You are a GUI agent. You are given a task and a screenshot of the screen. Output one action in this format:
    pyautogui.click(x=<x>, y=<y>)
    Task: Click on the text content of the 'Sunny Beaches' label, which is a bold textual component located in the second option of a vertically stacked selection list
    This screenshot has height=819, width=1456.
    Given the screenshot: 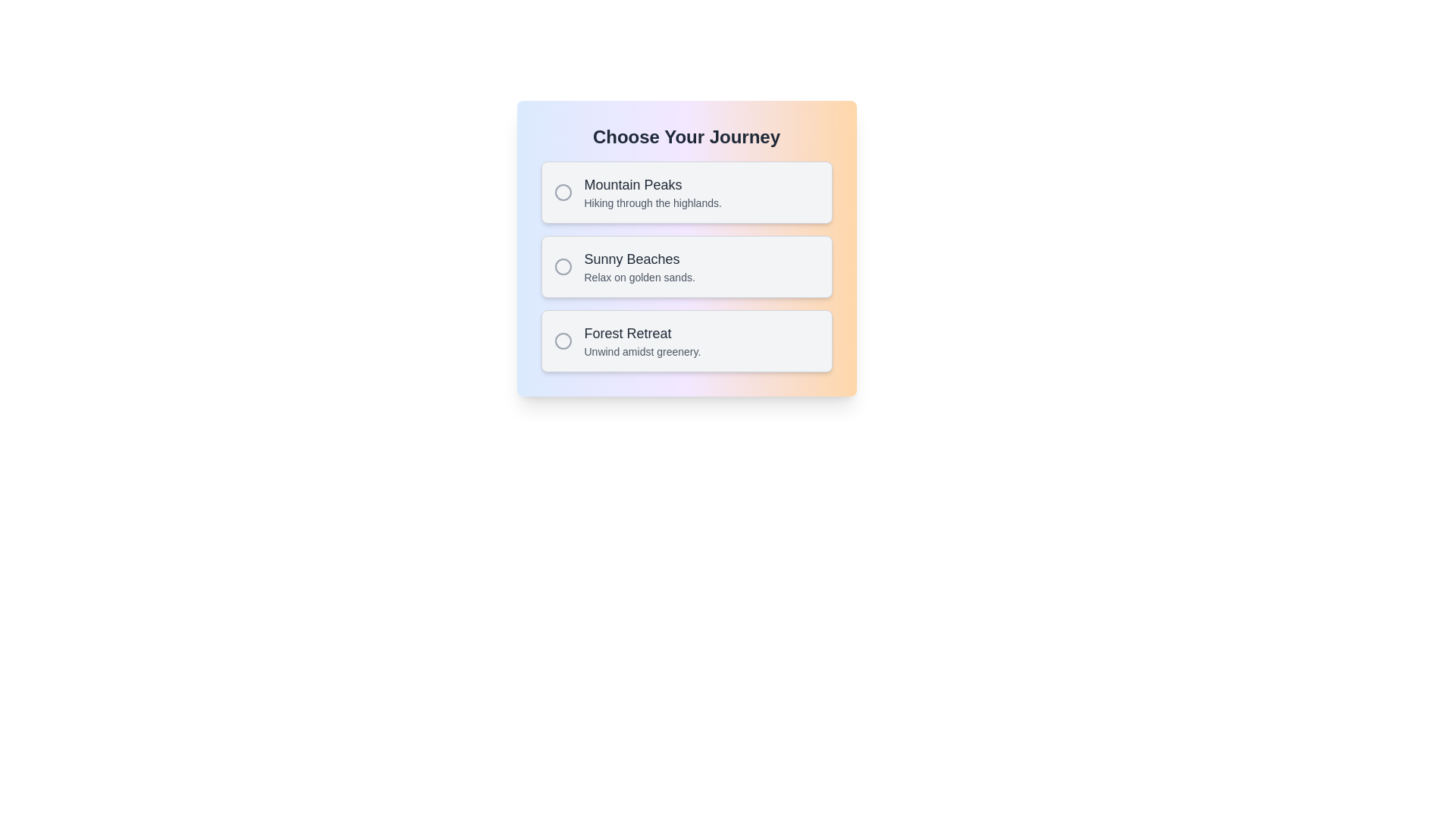 What is the action you would take?
    pyautogui.click(x=639, y=259)
    